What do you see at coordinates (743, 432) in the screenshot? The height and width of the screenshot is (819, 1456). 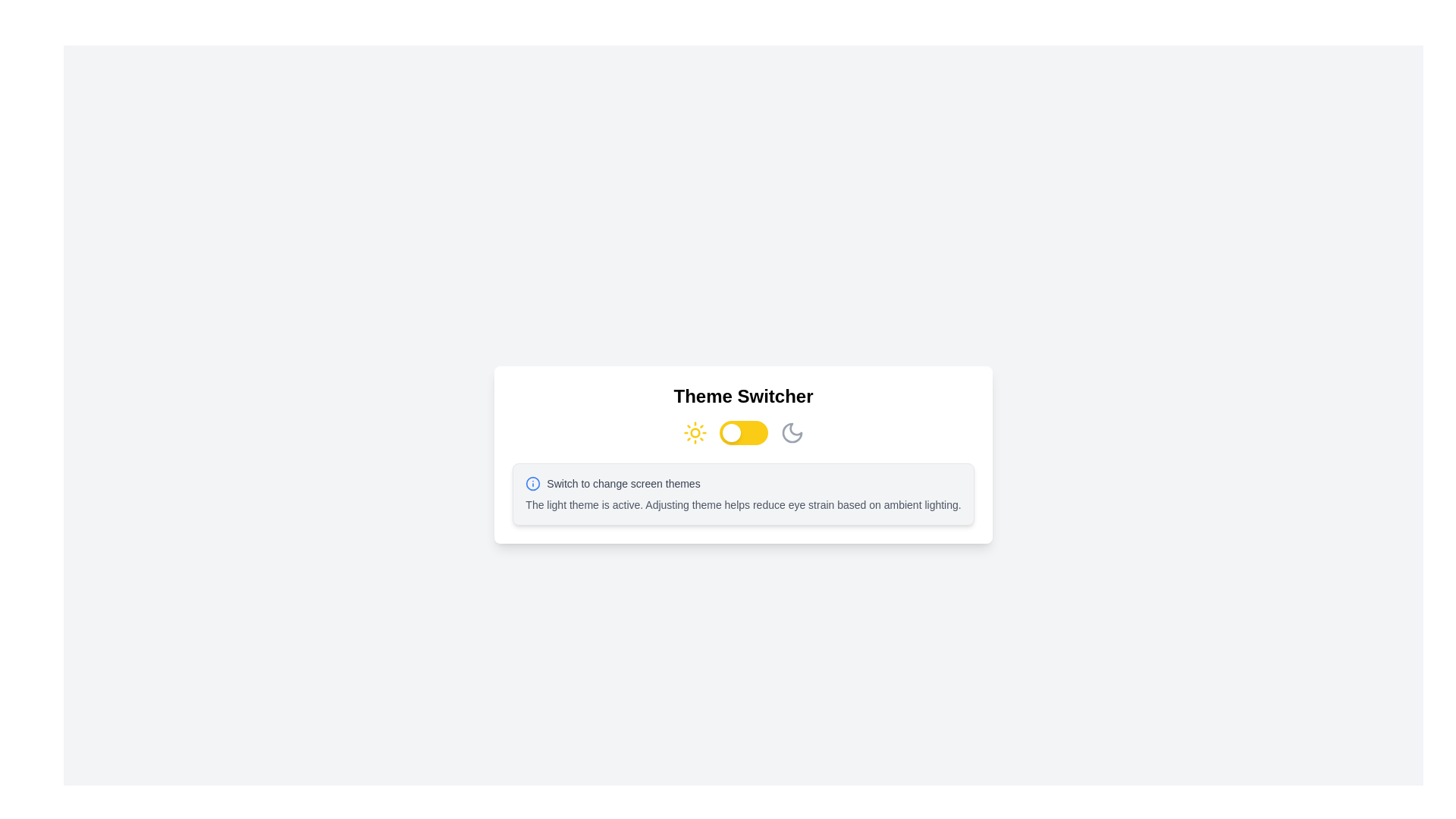 I see `the yellow toggle switch` at bounding box center [743, 432].